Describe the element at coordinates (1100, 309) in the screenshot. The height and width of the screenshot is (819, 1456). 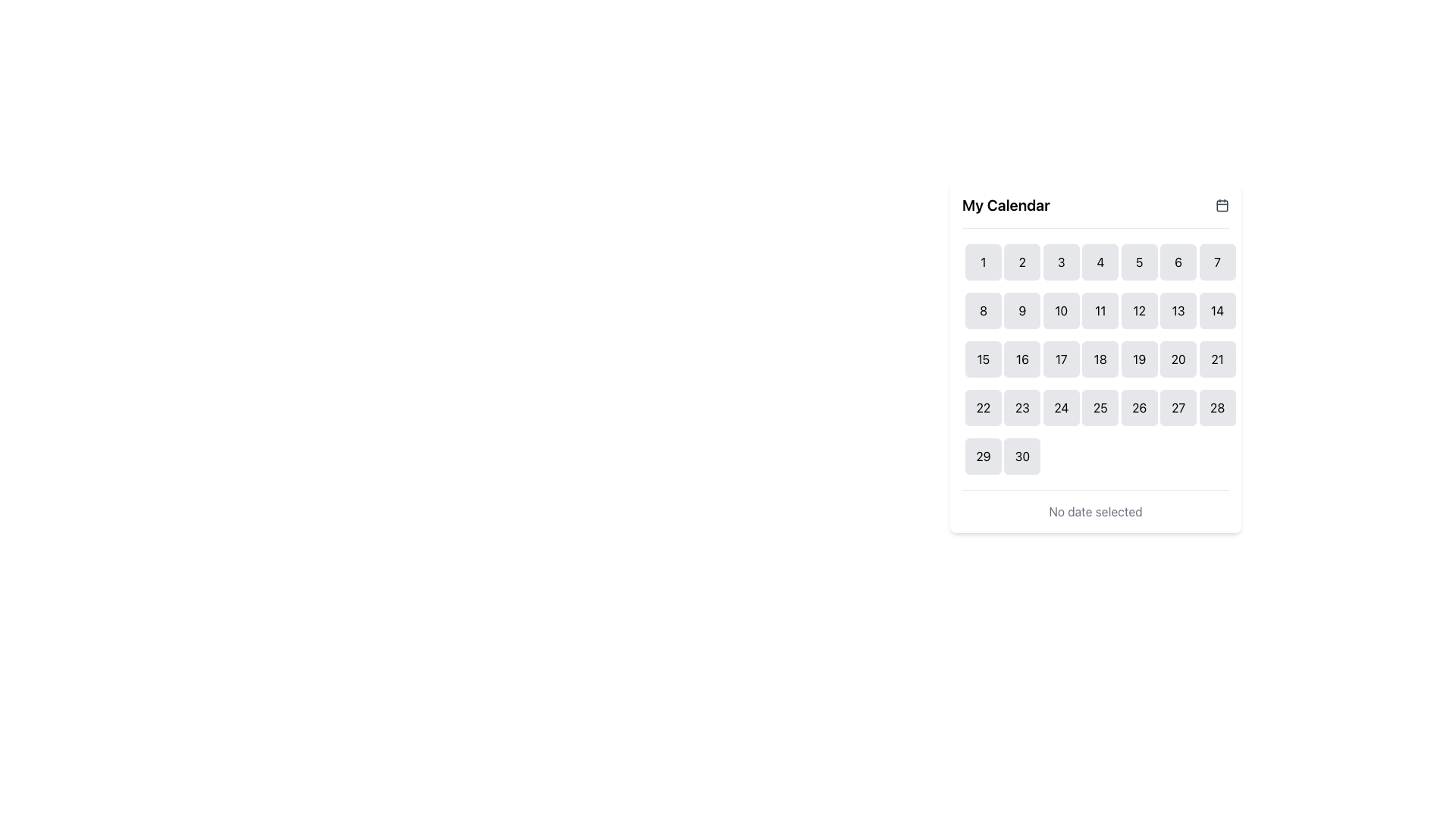
I see `the button displaying the number '11' in the calendar component located in the upper-right section of the view` at that location.